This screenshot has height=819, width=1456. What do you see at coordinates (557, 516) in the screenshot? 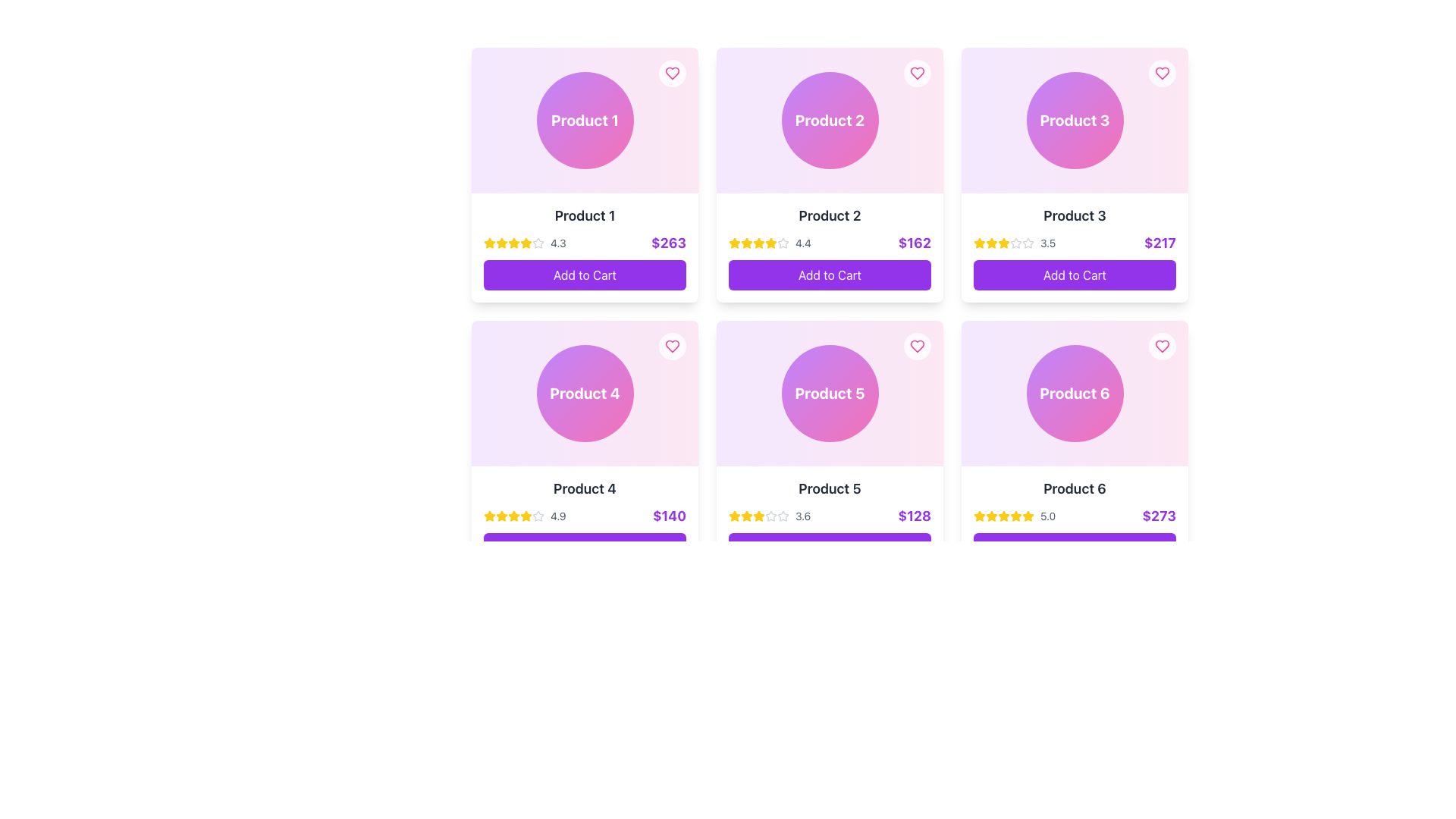
I see `the numerical rating text display located in the rating row of the card labeled 'Product 6', which is situated to the right of five yellow stars and one gray star` at bounding box center [557, 516].